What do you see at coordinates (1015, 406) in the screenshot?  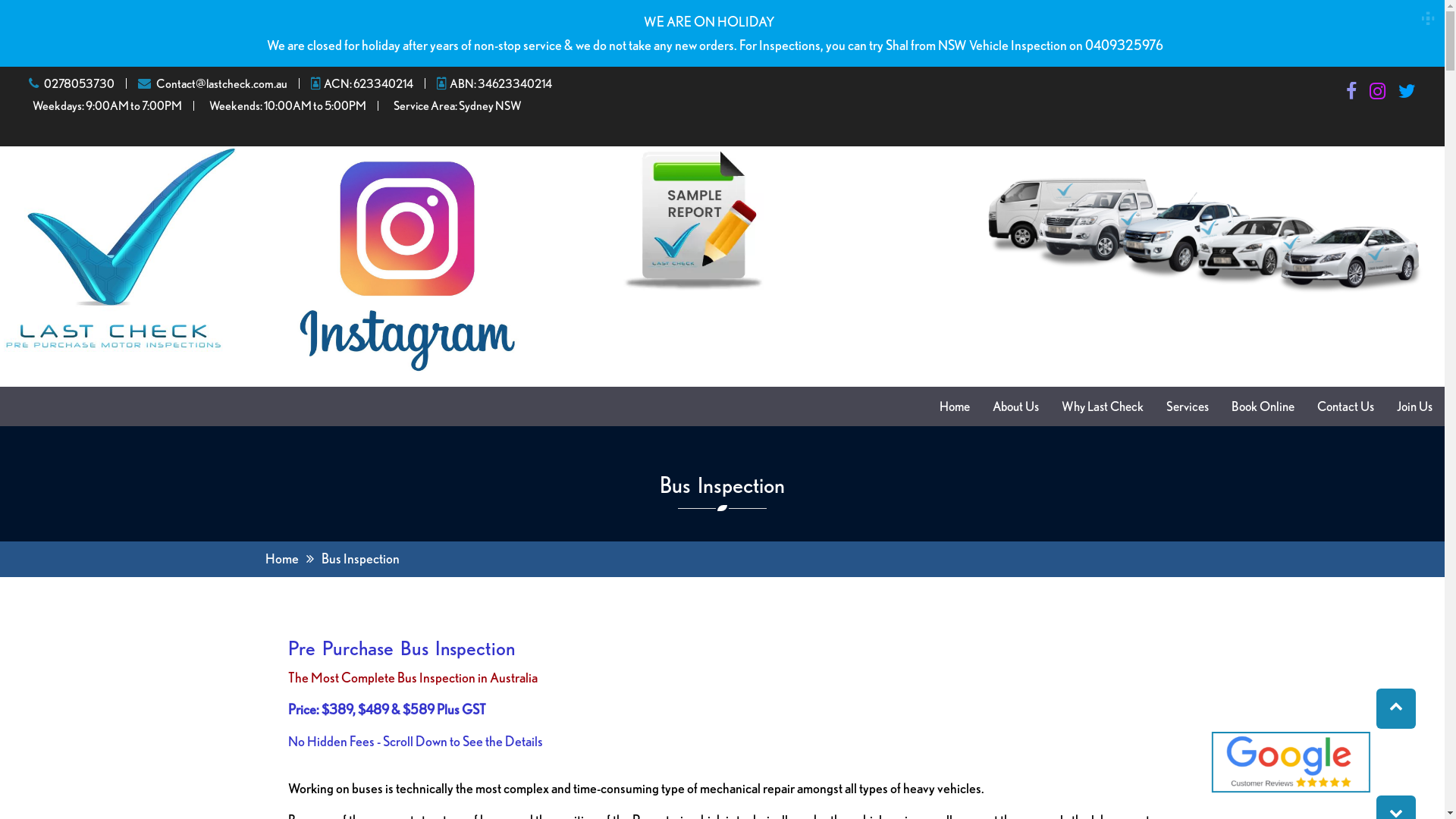 I see `'About Us'` at bounding box center [1015, 406].